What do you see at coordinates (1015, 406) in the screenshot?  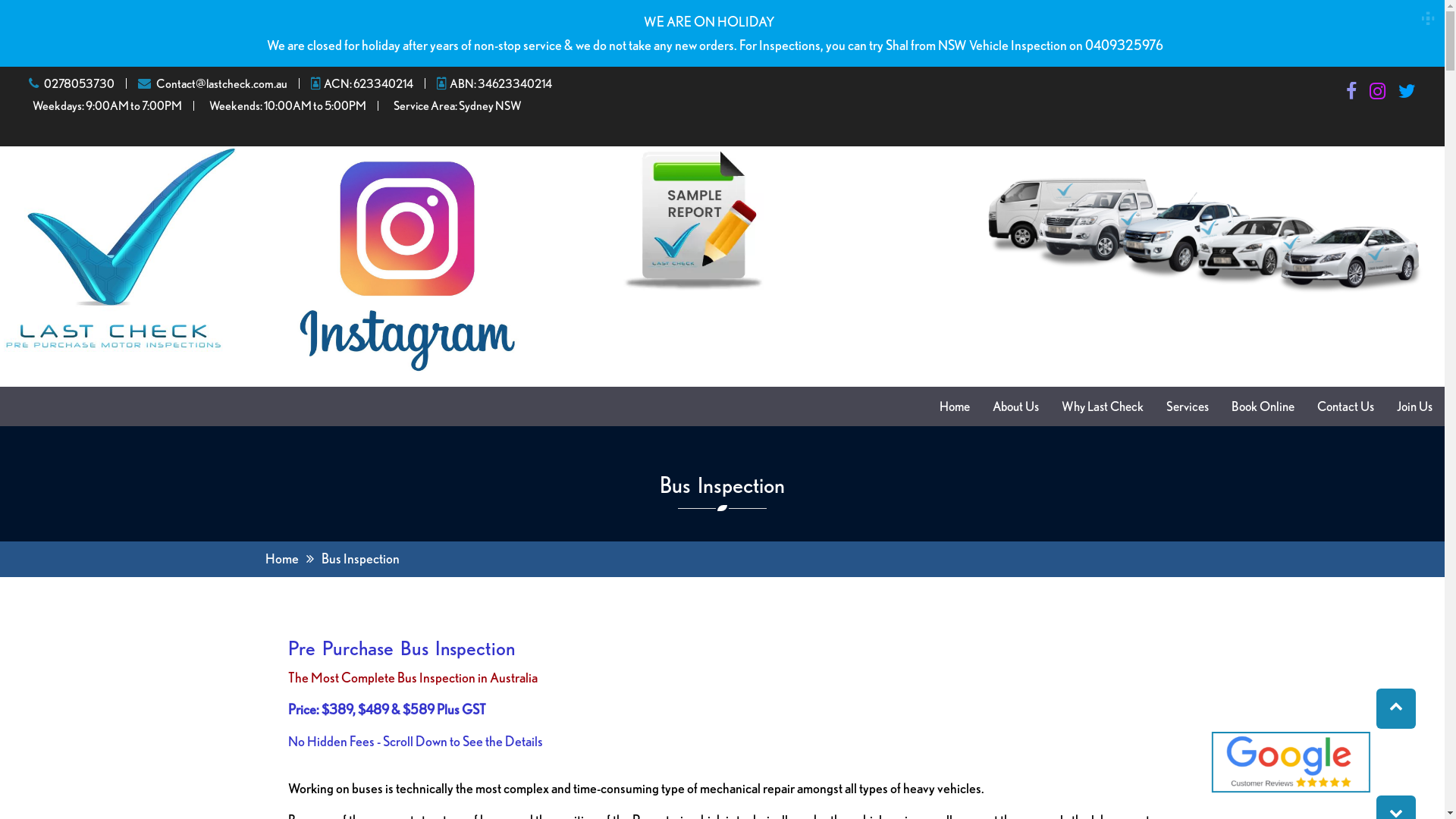 I see `'About Us'` at bounding box center [1015, 406].